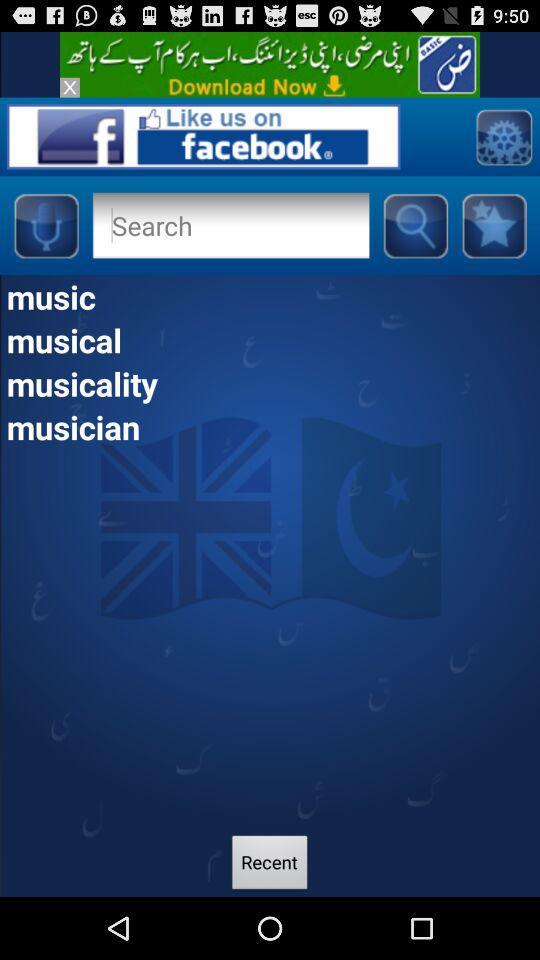 The image size is (540, 960). What do you see at coordinates (493, 240) in the screenshot?
I see `the star icon` at bounding box center [493, 240].